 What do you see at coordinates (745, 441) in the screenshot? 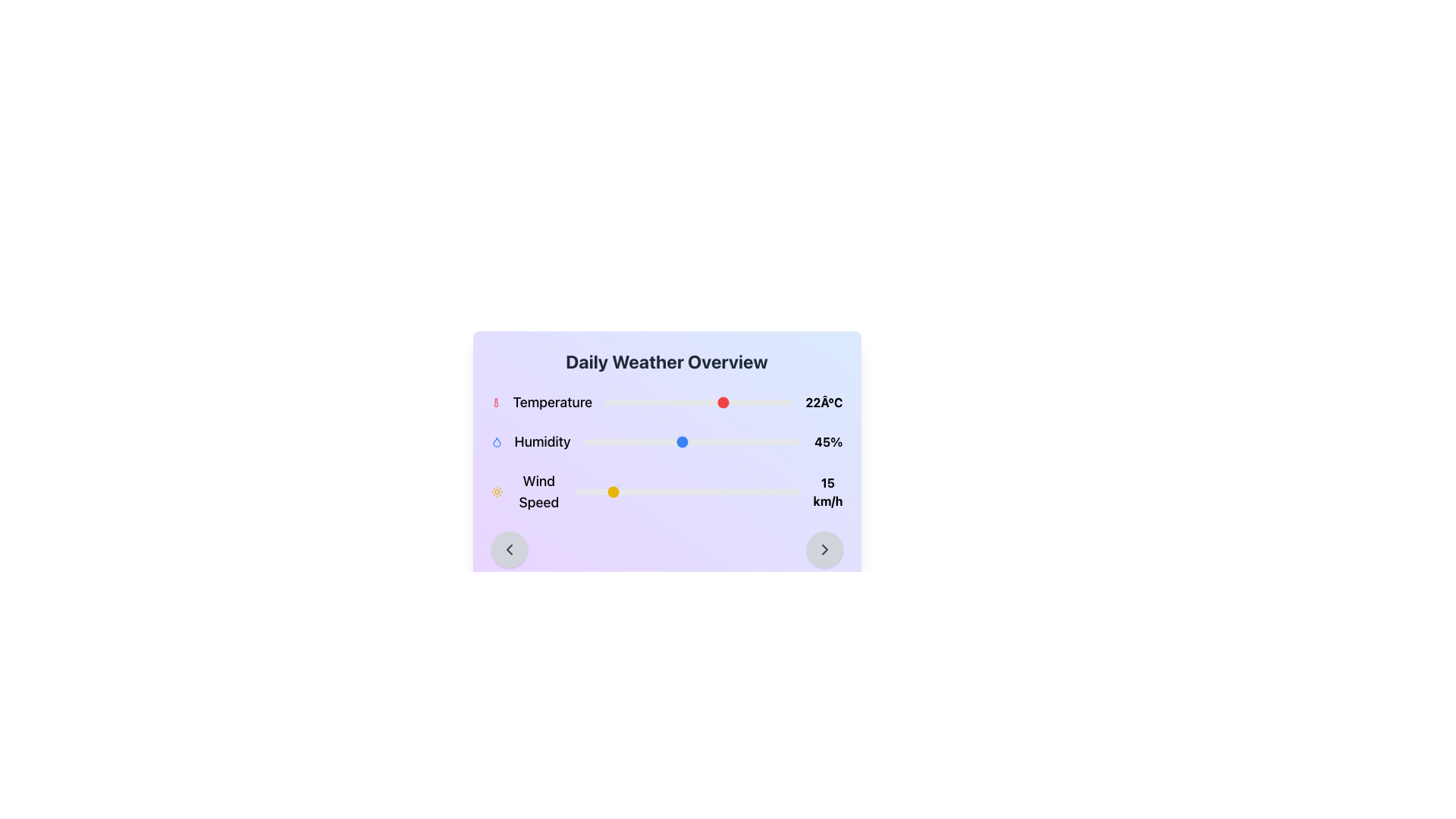
I see `the humidity level` at bounding box center [745, 441].